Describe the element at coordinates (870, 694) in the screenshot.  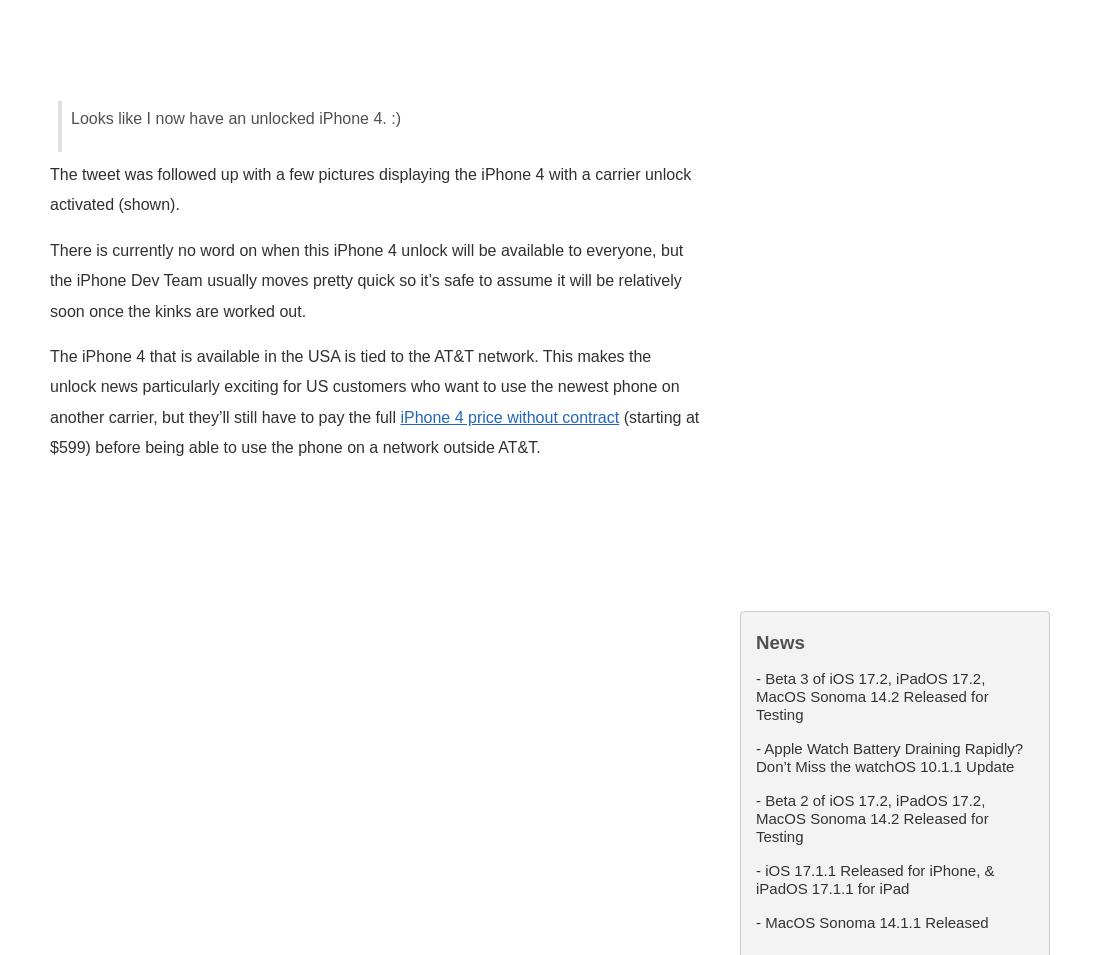
I see `'Beta 3 of iOS 17.2, iPadOS 17.2, MacOS Sonoma 14.2 Released for Testing'` at that location.